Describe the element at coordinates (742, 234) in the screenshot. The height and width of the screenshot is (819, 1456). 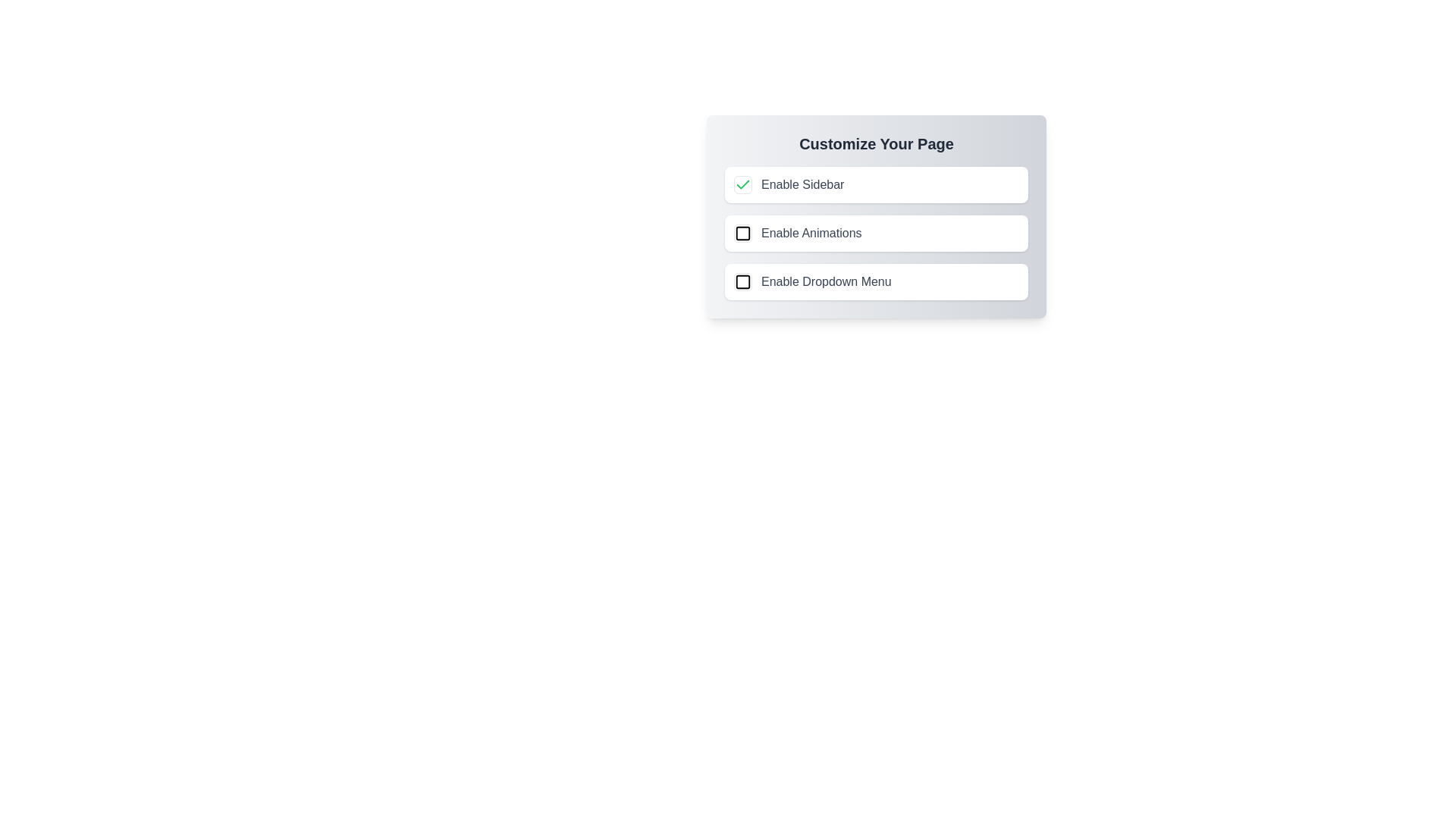
I see `the second checkbox element under the 'Customize Your Page' section` at that location.